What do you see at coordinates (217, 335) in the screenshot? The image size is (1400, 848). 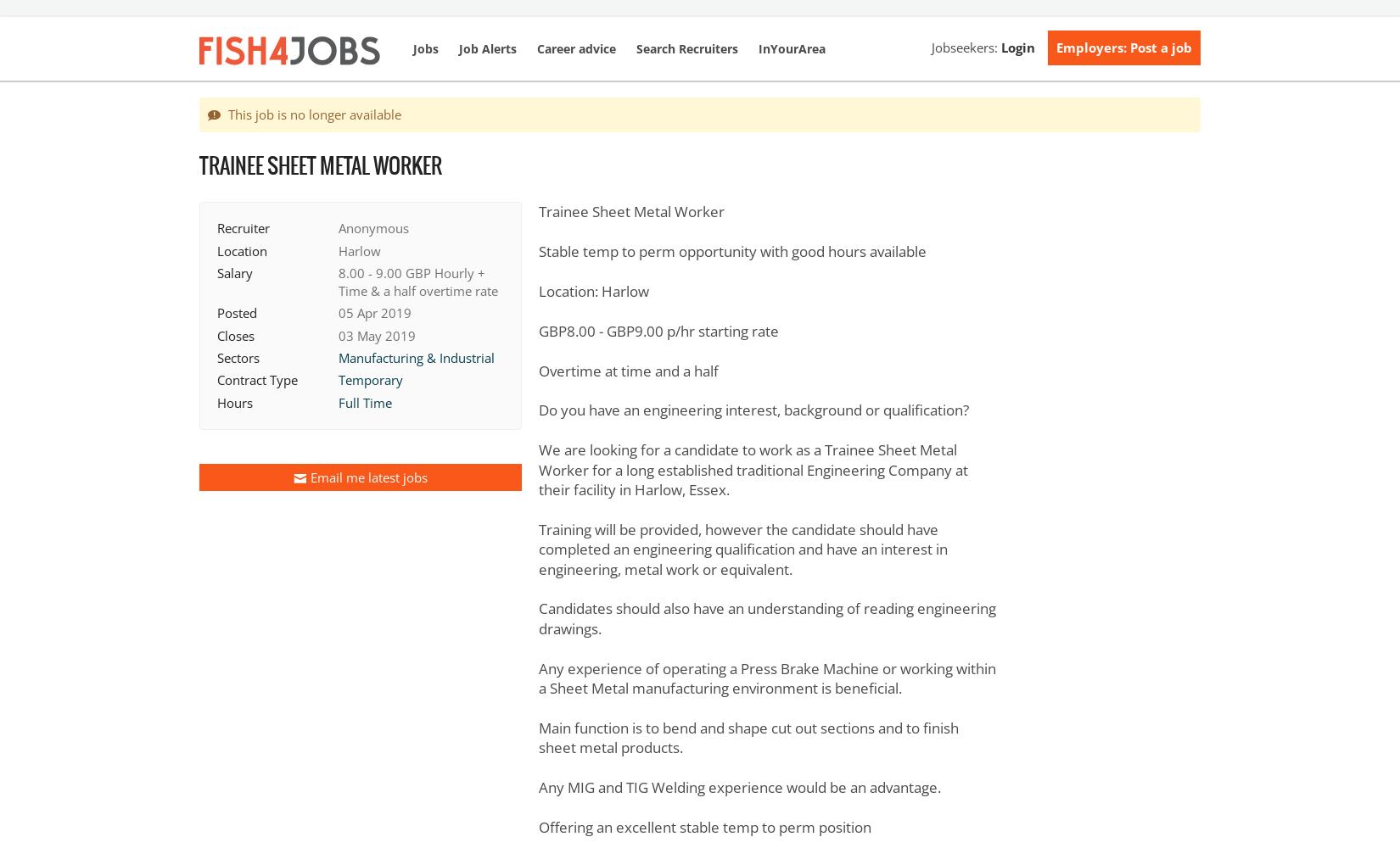 I see `'Closes'` at bounding box center [217, 335].